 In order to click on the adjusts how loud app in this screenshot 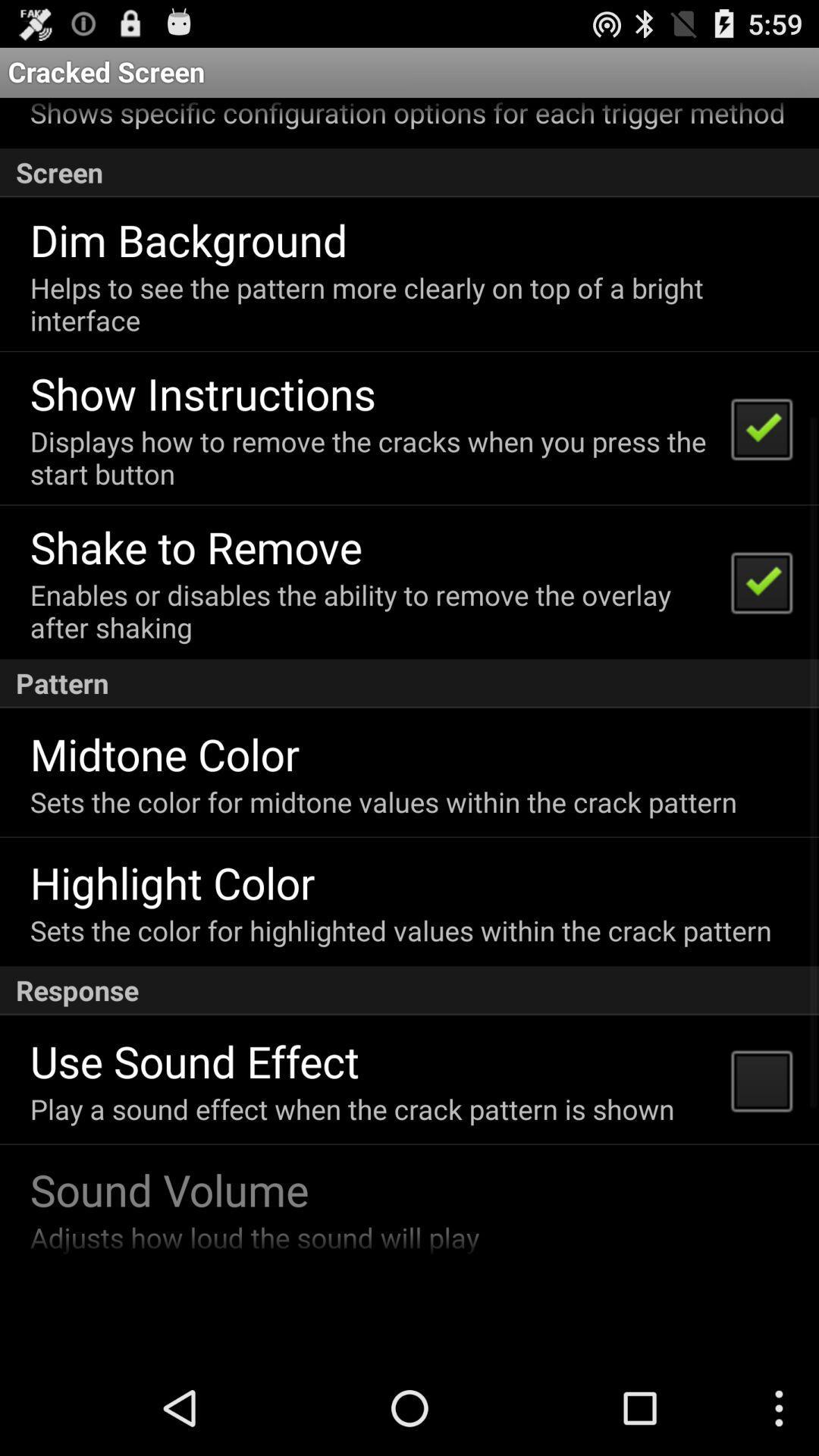, I will do `click(253, 1238)`.